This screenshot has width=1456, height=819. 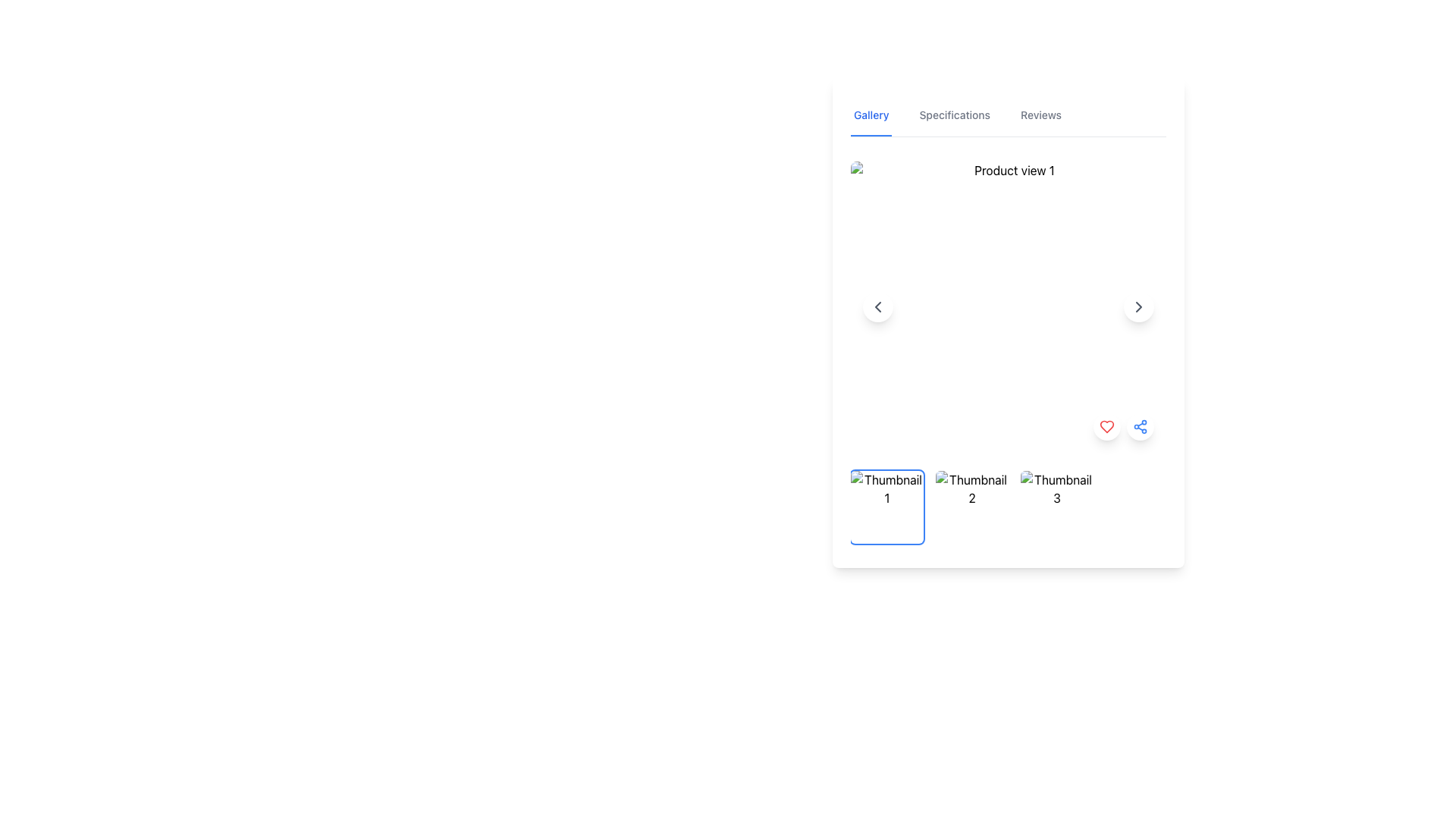 I want to click on the circular button with a right-pointing chevron icon, so click(x=1139, y=307).